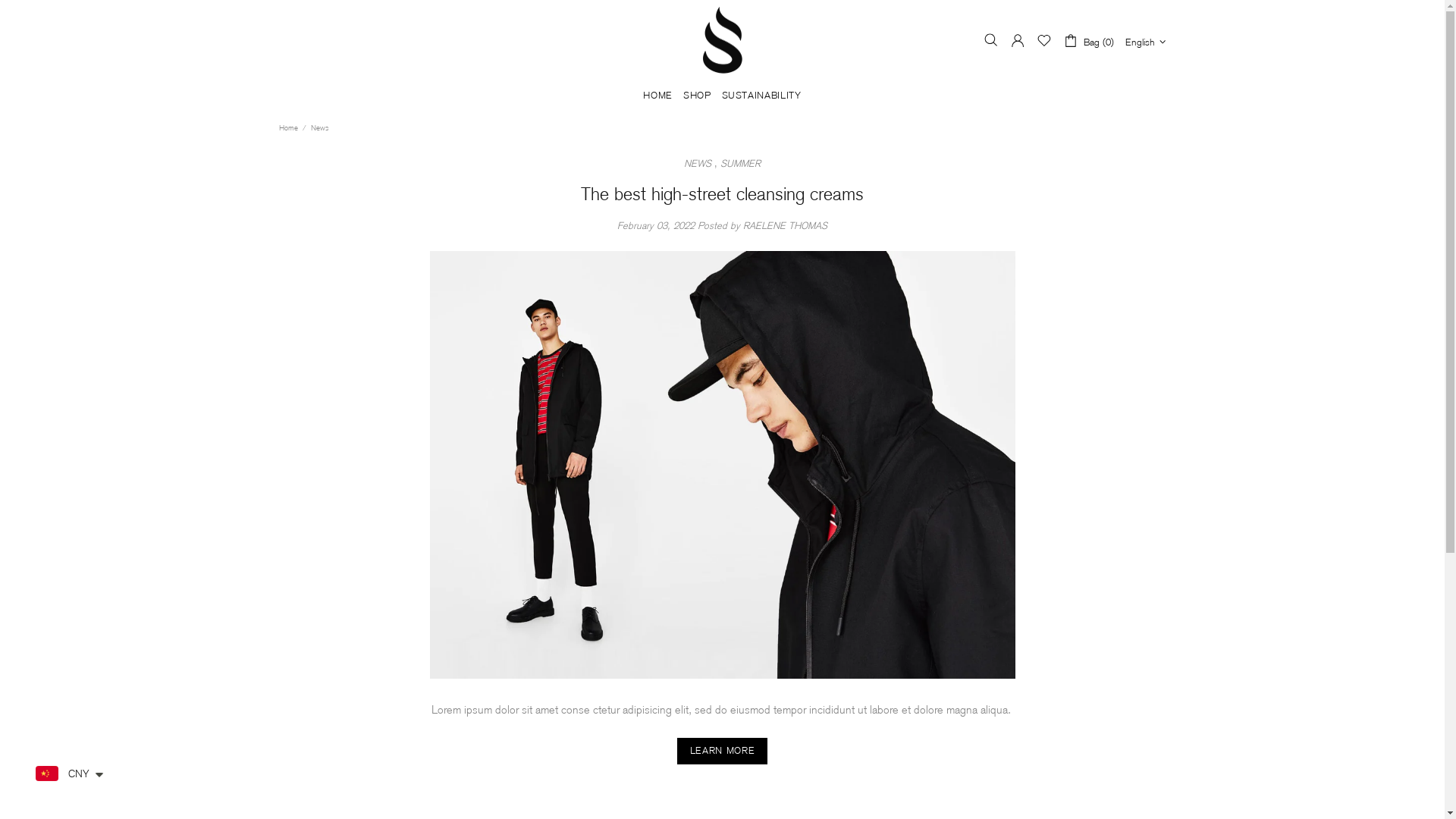  What do you see at coordinates (657, 96) in the screenshot?
I see `'HOME'` at bounding box center [657, 96].